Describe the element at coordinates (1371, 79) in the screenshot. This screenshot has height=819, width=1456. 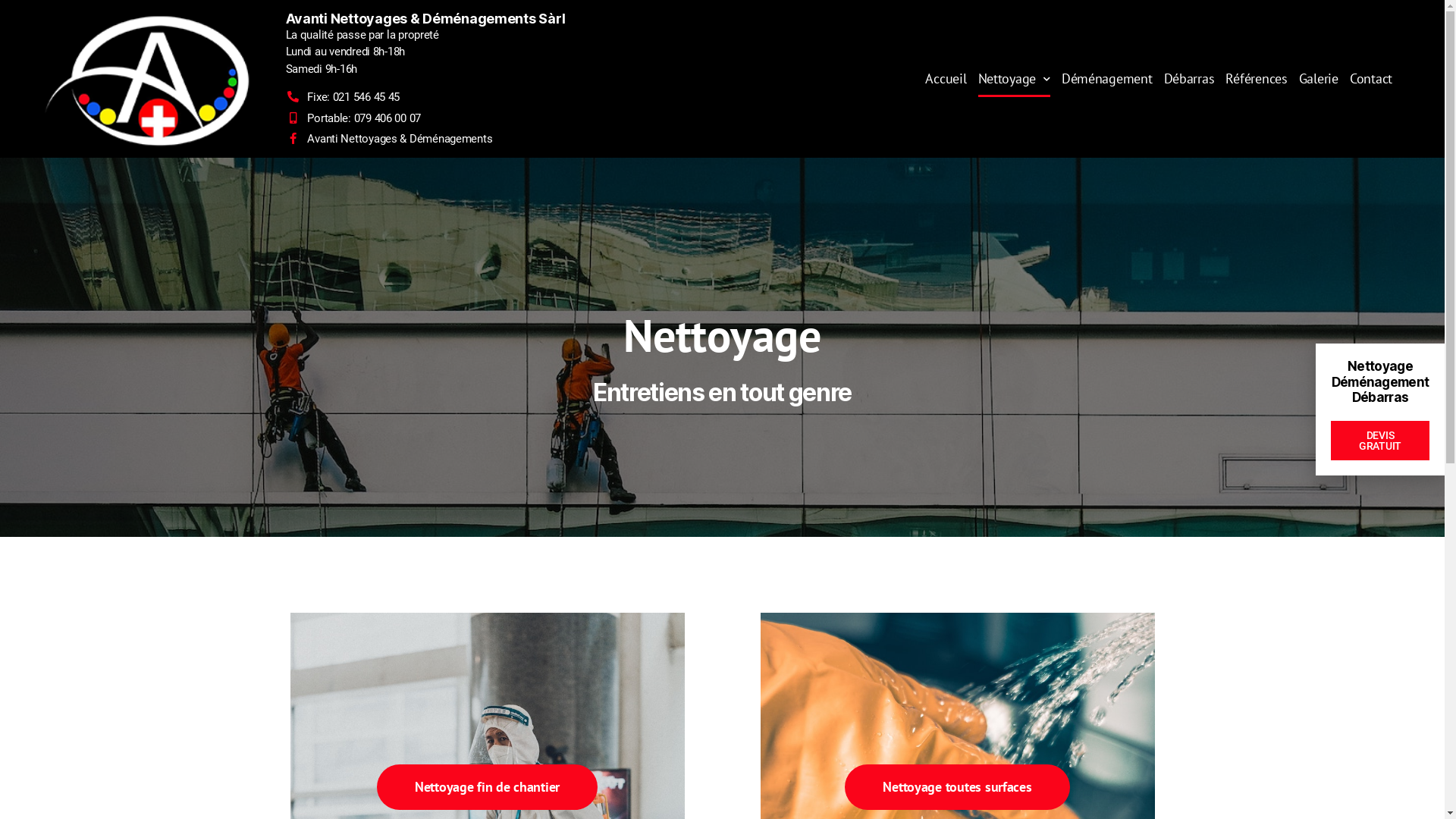
I see `'Contact'` at that location.